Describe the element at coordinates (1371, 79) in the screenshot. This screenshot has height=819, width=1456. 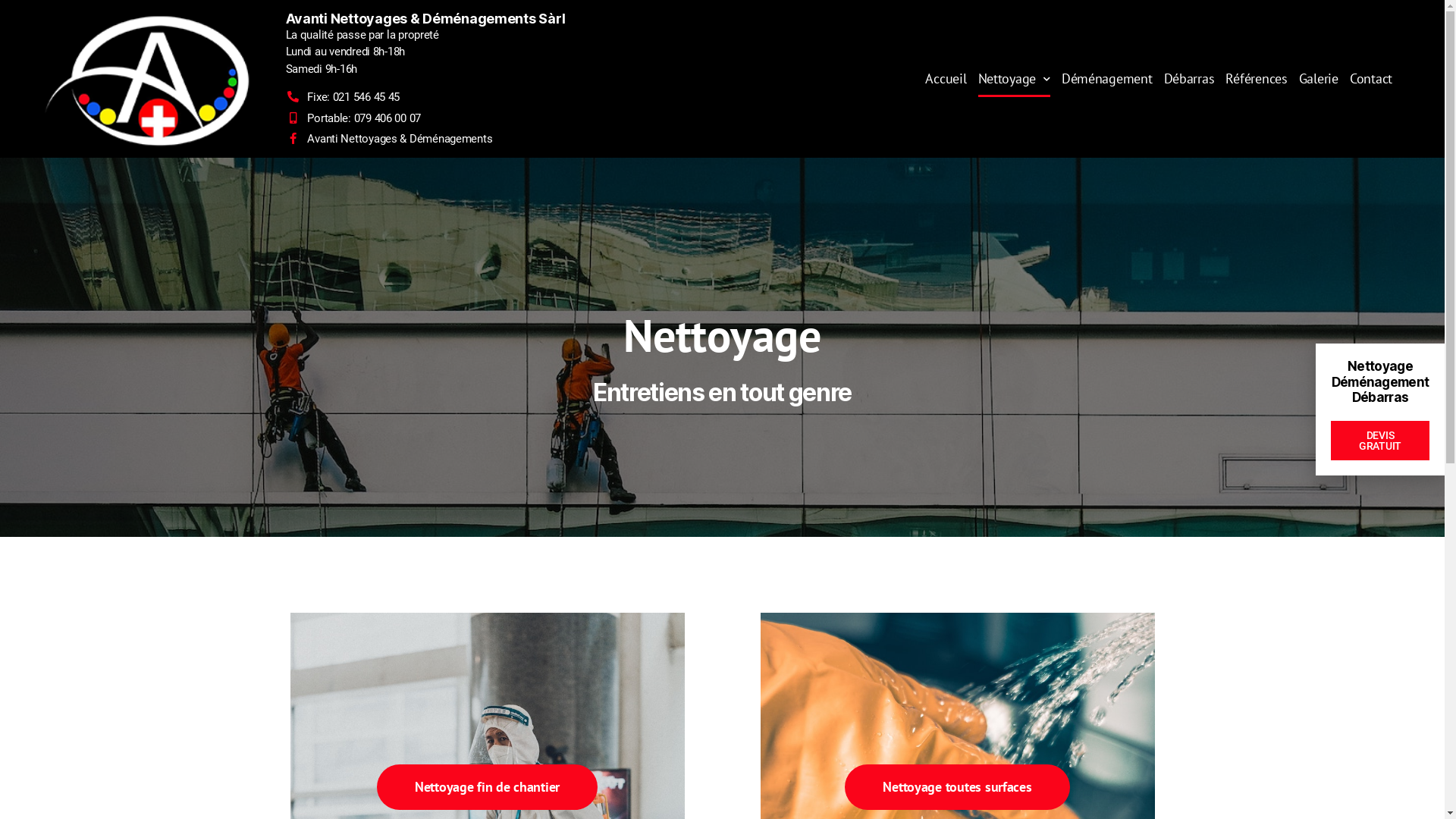
I see `'Contact'` at that location.